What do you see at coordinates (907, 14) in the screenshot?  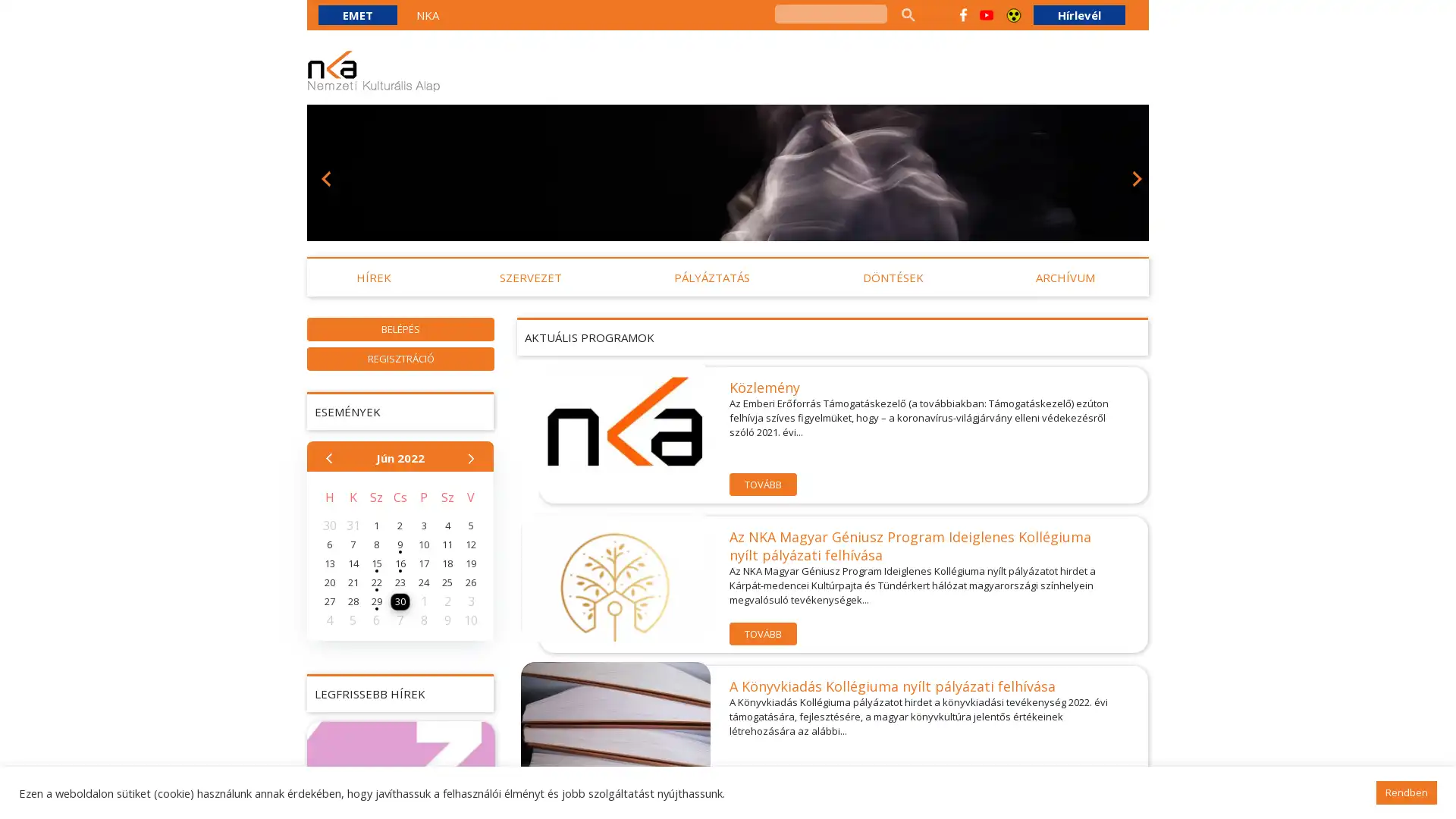 I see `kereses` at bounding box center [907, 14].